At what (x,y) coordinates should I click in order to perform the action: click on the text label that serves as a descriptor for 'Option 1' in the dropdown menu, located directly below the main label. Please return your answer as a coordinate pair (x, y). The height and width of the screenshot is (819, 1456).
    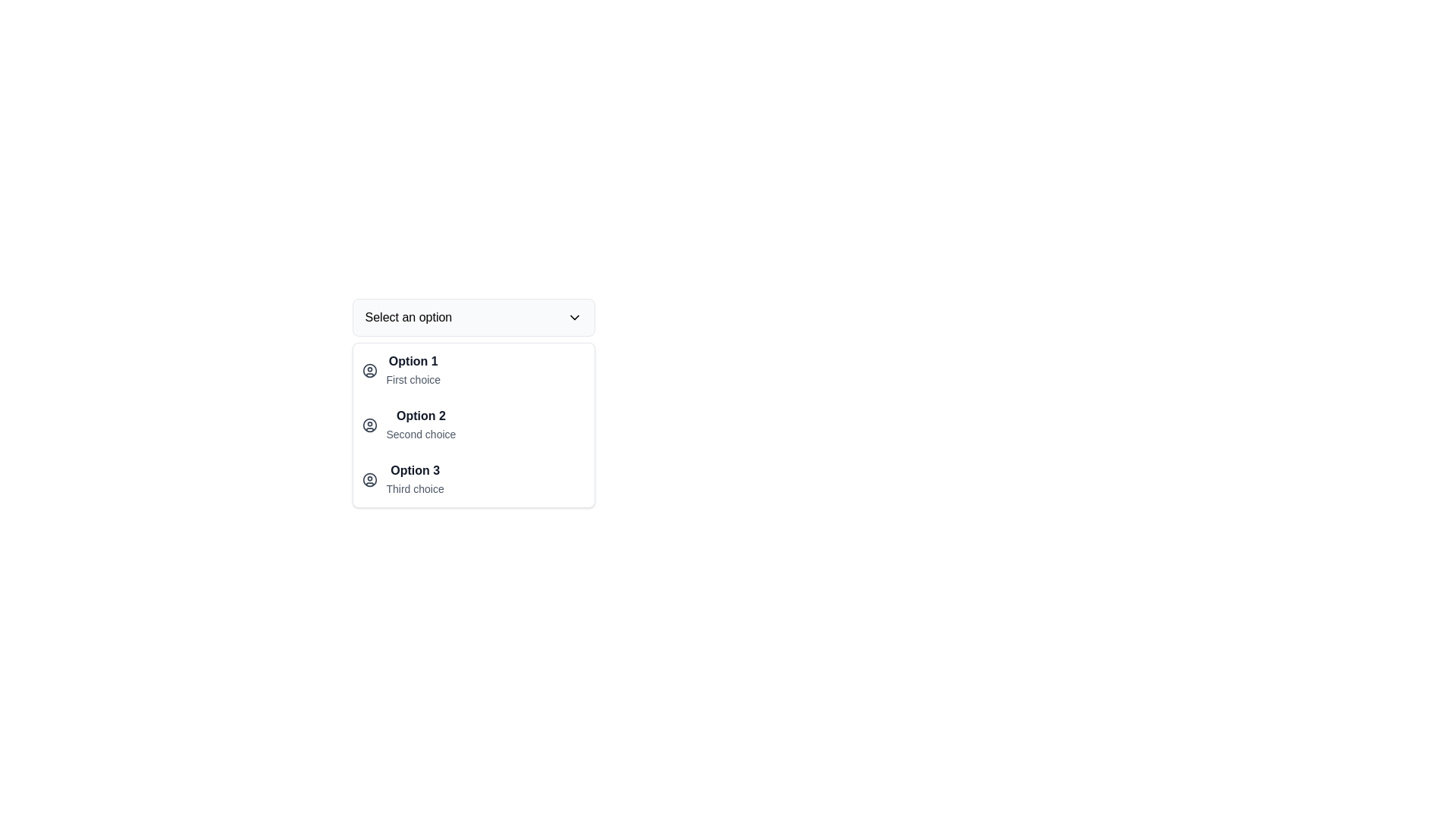
    Looking at the image, I should click on (413, 379).